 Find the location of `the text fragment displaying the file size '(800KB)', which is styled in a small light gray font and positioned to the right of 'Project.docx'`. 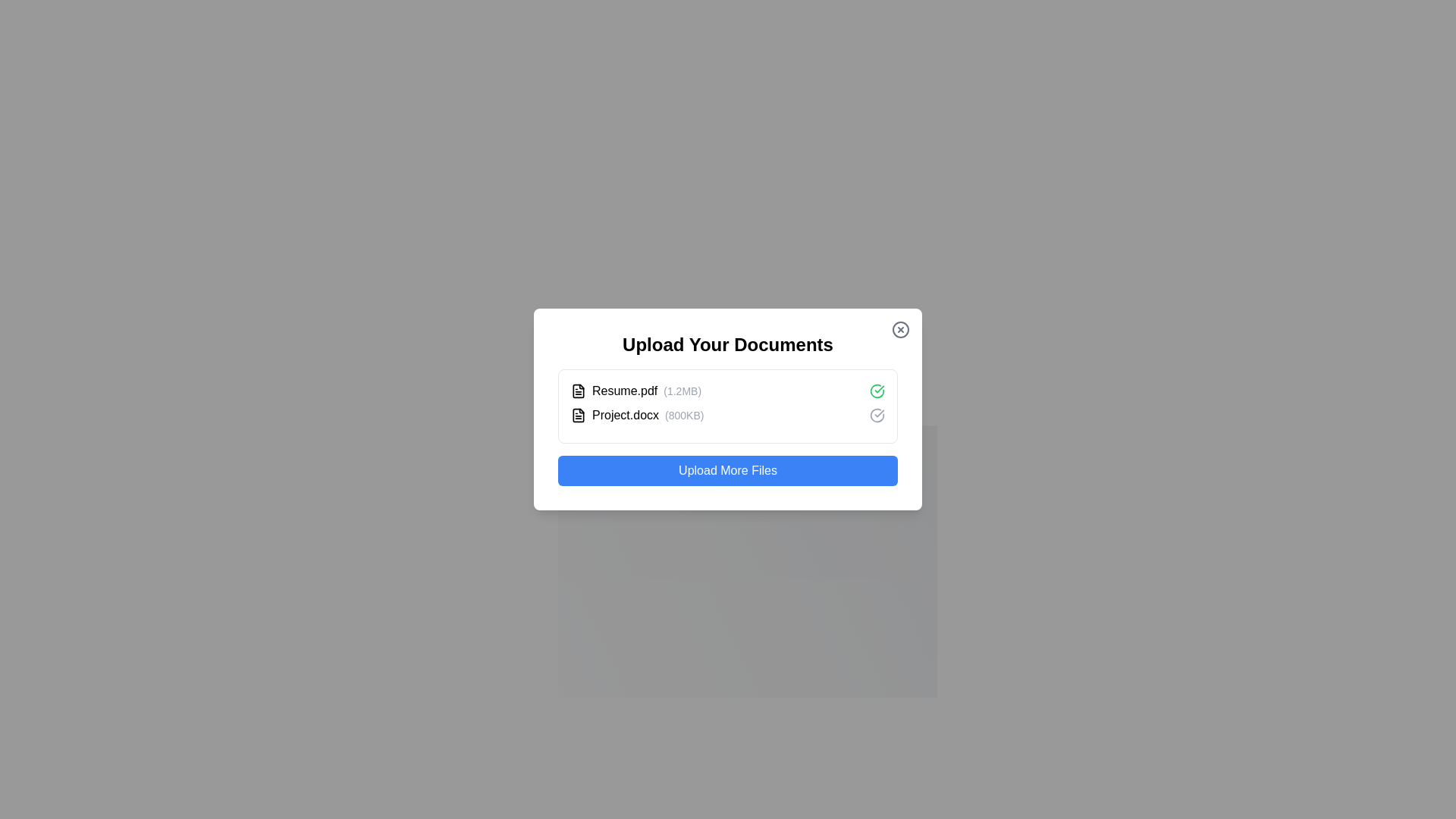

the text fragment displaying the file size '(800KB)', which is styled in a small light gray font and positioned to the right of 'Project.docx' is located at coordinates (683, 415).